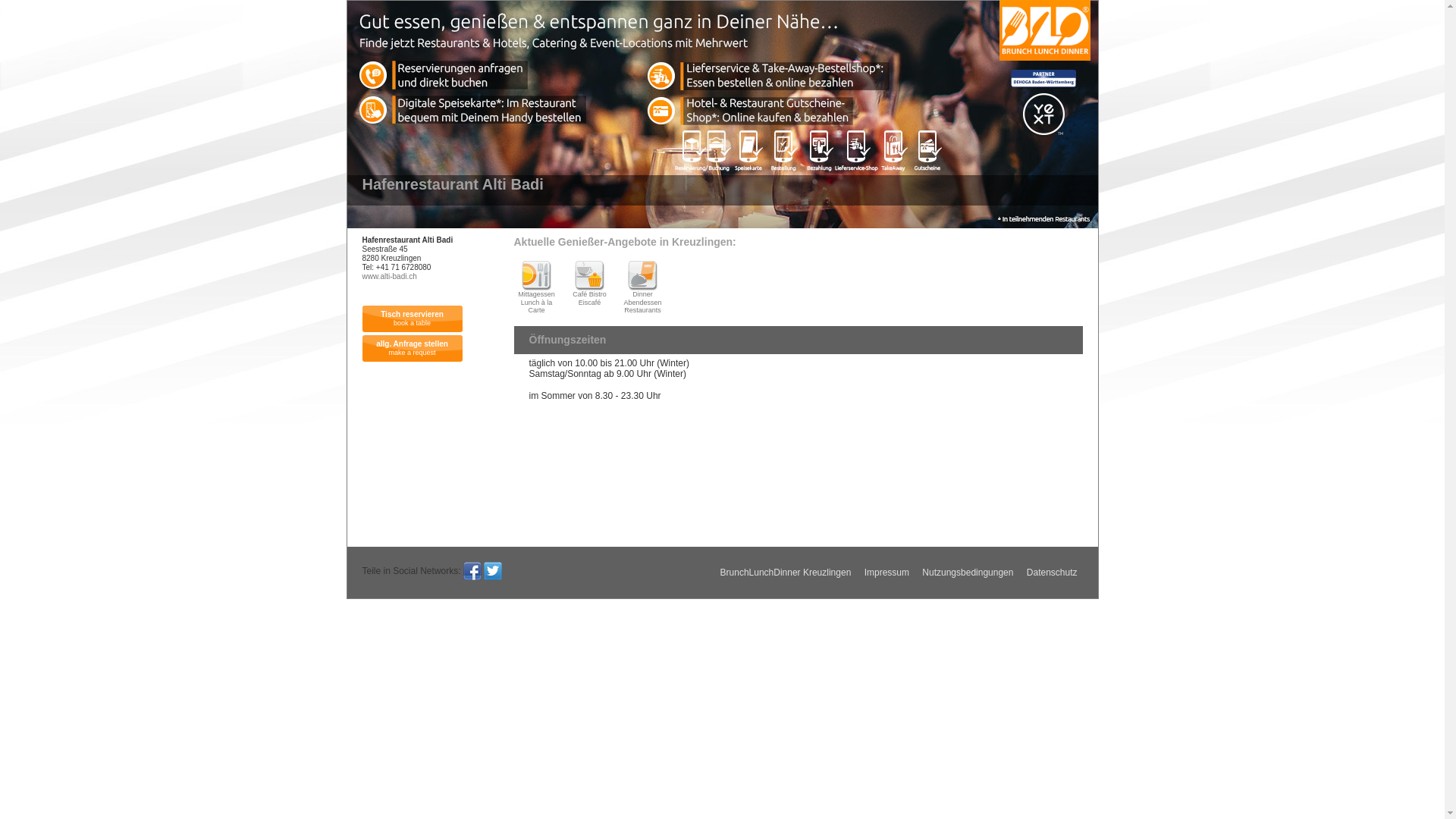  I want to click on 'Impressum', so click(886, 573).